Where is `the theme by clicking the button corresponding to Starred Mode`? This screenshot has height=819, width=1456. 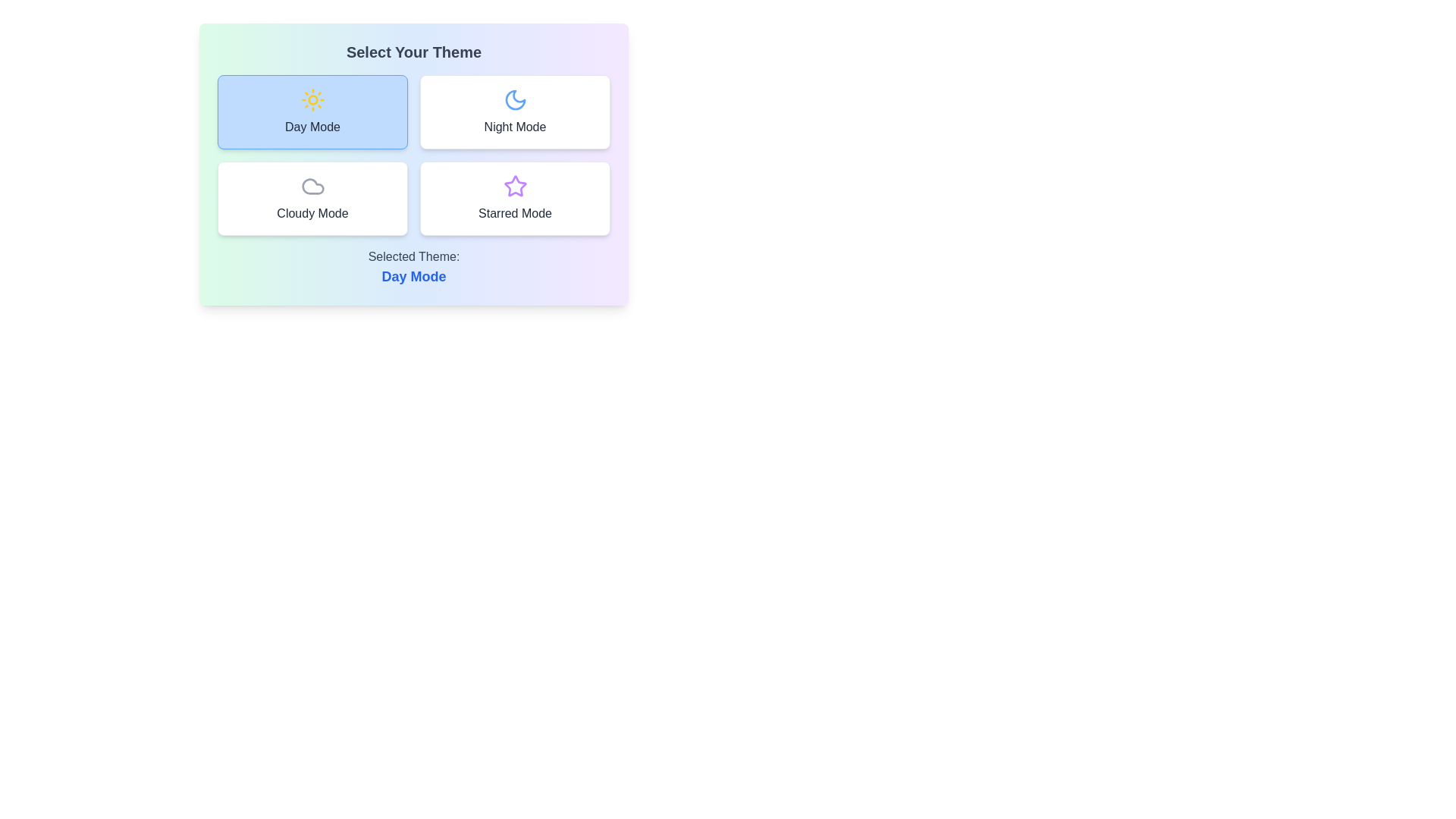
the theme by clicking the button corresponding to Starred Mode is located at coordinates (515, 198).